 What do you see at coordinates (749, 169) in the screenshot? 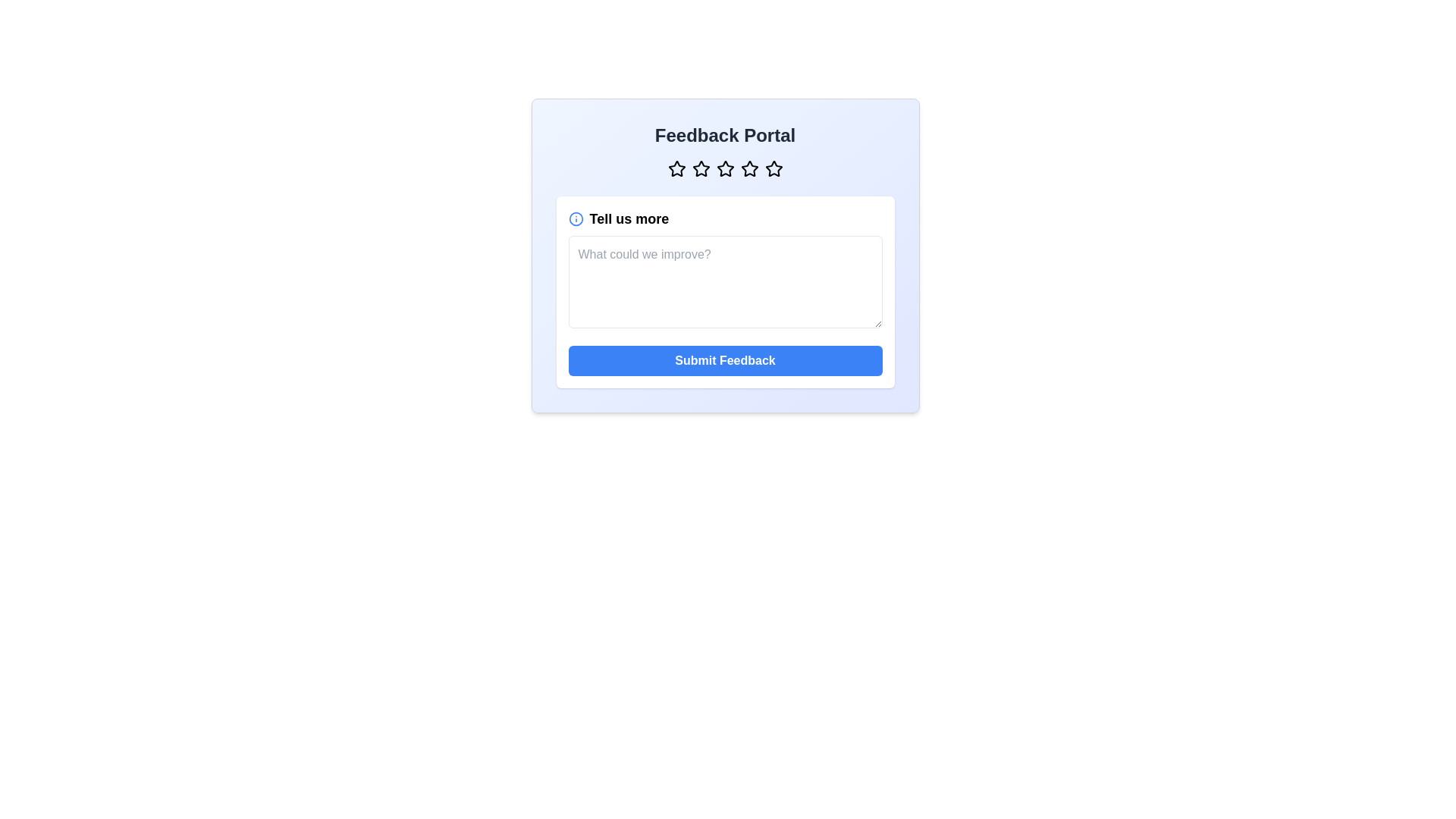
I see `the fourth rating star icon in the Feedback Portal dialog` at bounding box center [749, 169].